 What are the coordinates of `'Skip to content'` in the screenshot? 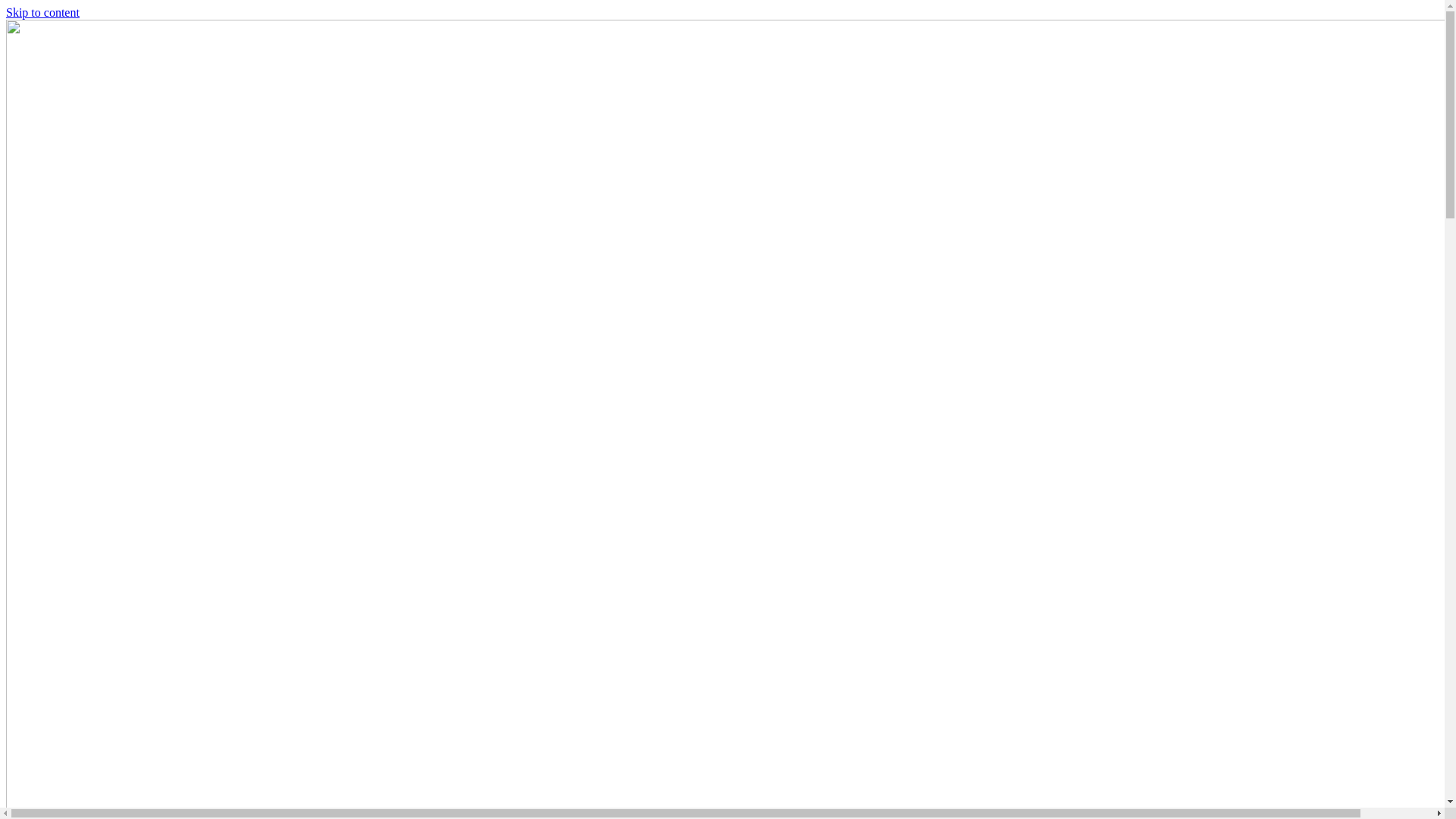 It's located at (42, 12).